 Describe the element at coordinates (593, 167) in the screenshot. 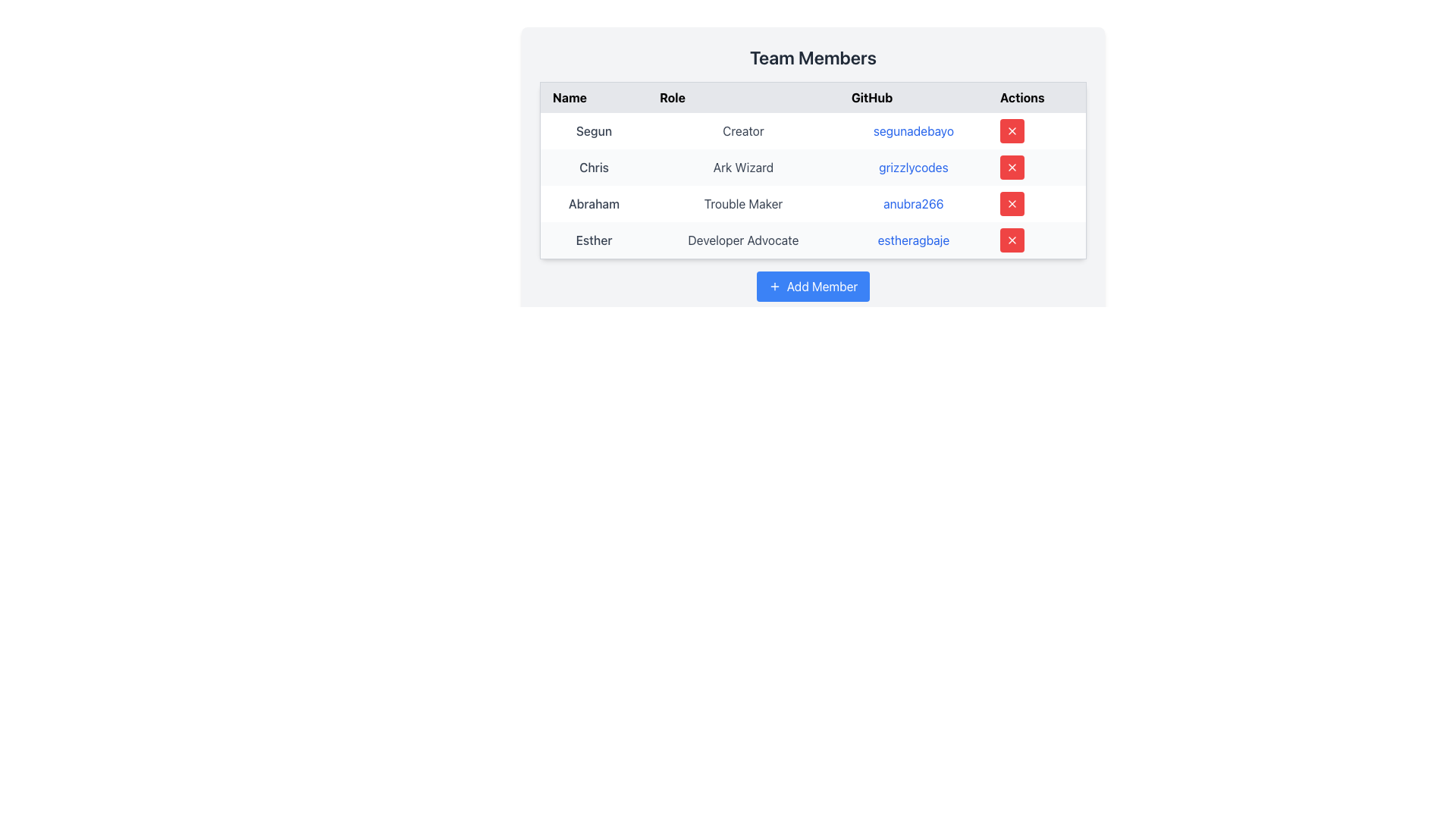

I see `the label displaying the name of the team member in the second row under the 'Name' column in the 'Team Members' section of the table` at that location.